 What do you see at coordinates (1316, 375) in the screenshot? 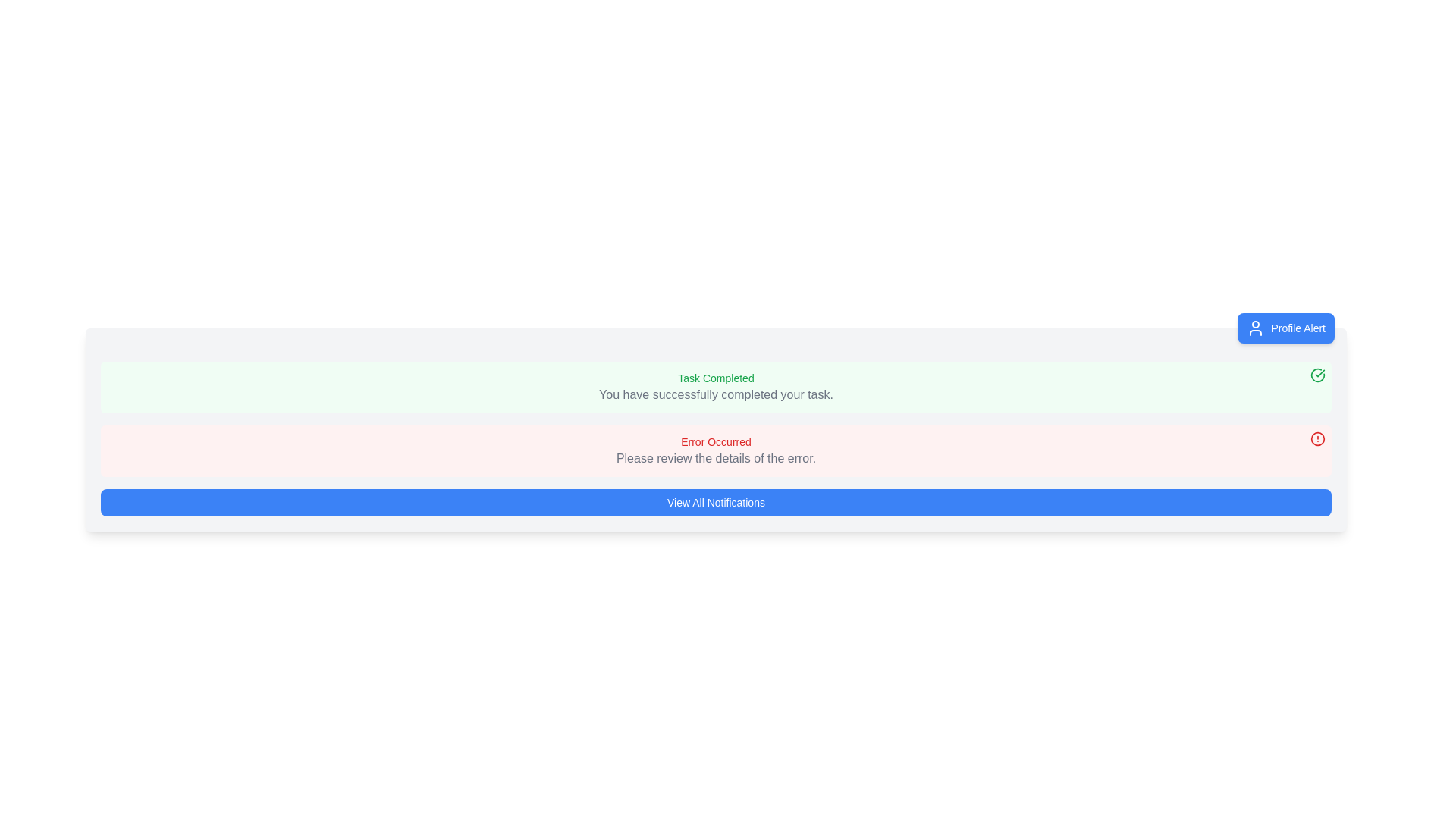
I see `the green circular icon featuring a checkmark located in the upper-right corner of the notification card that states 'Task Completed'` at bounding box center [1316, 375].